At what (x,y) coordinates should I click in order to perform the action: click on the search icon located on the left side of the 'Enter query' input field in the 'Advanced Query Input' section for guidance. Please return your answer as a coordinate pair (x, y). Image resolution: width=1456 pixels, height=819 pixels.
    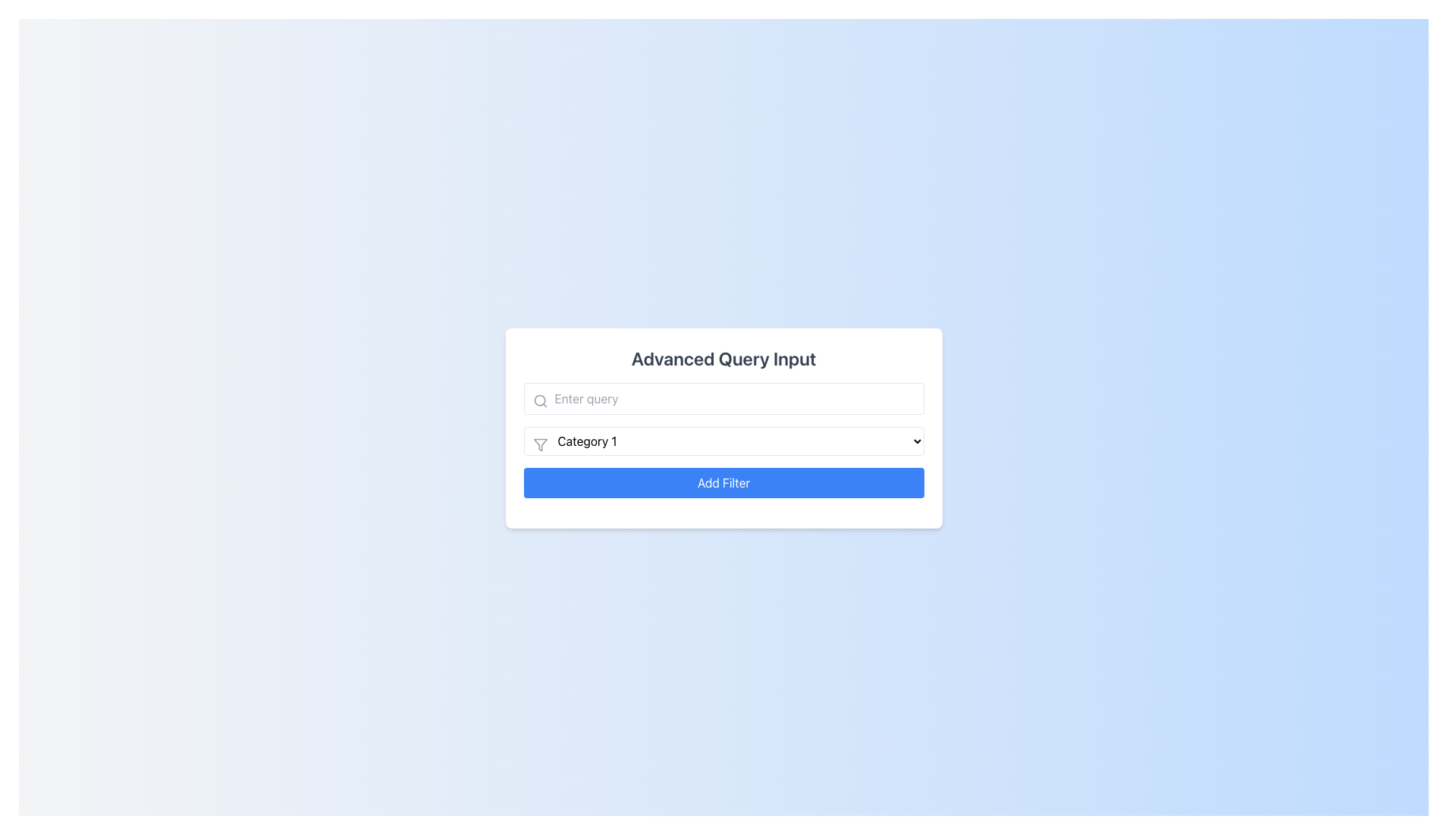
    Looking at the image, I should click on (540, 400).